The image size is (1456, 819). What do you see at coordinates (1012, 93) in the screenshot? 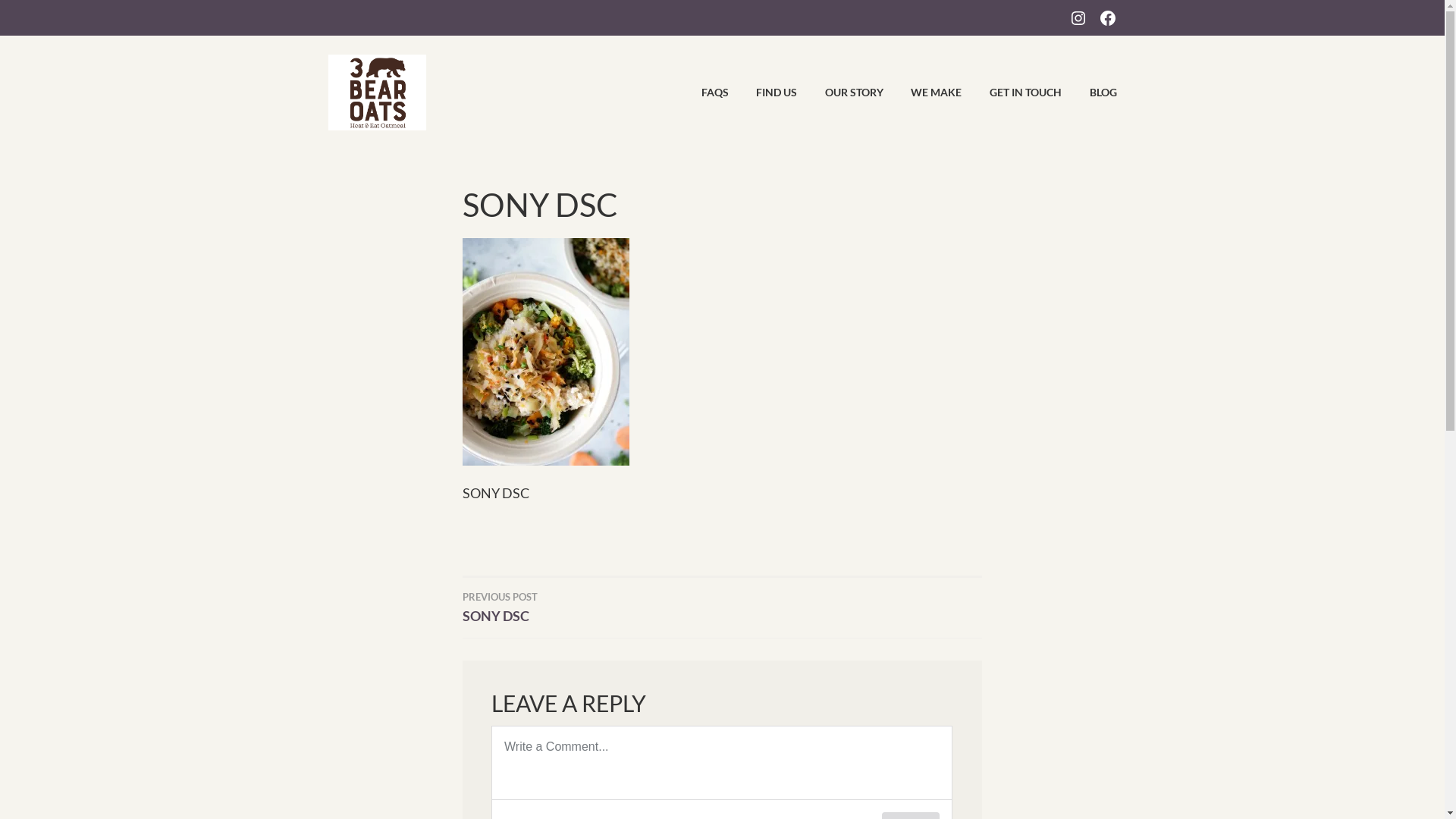
I see `'GET IN TOUCH'` at bounding box center [1012, 93].